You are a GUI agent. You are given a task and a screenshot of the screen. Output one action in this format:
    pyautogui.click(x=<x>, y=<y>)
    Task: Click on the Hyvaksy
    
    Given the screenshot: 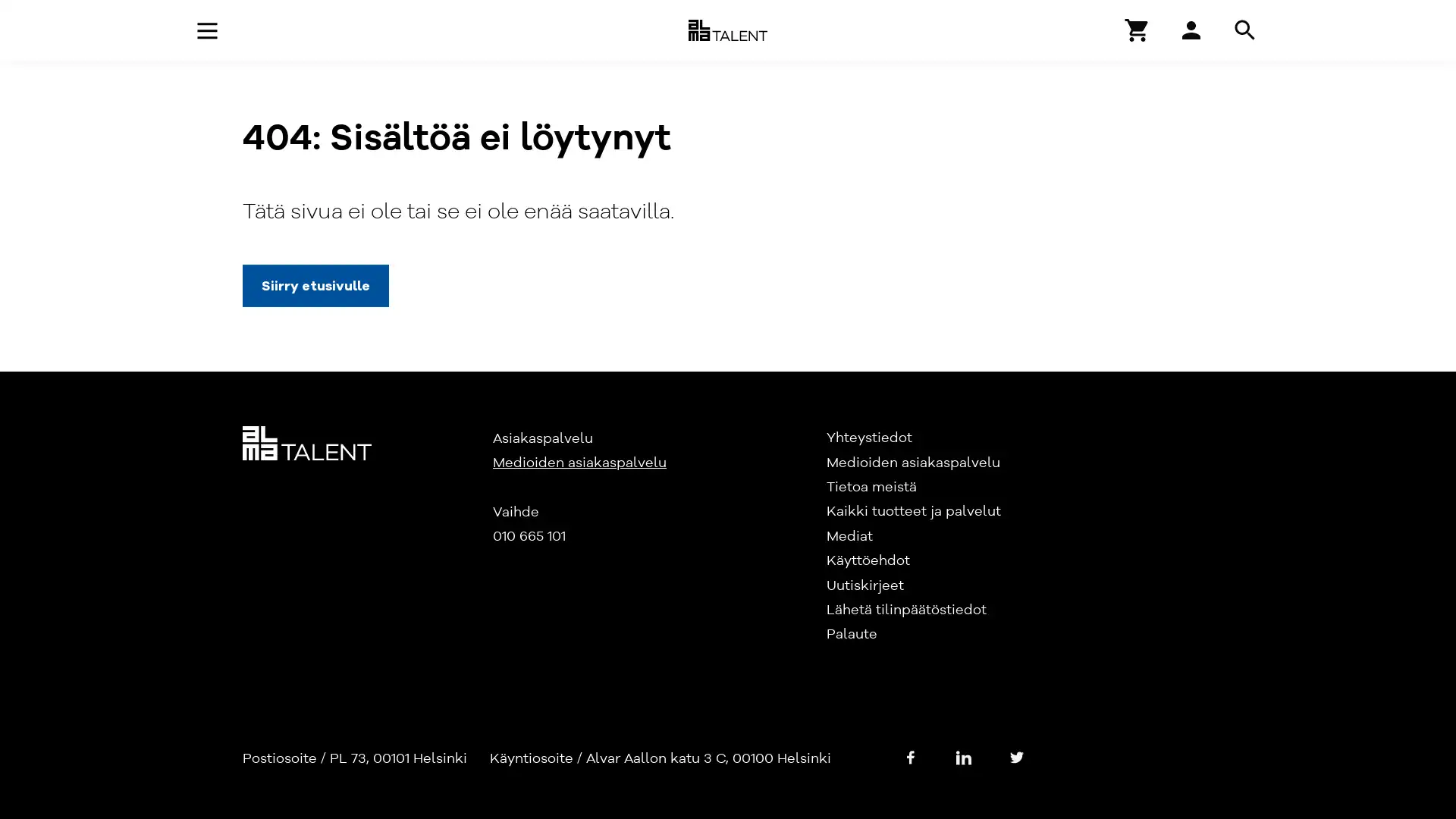 What is the action you would take?
    pyautogui.click(x=946, y=525)
    